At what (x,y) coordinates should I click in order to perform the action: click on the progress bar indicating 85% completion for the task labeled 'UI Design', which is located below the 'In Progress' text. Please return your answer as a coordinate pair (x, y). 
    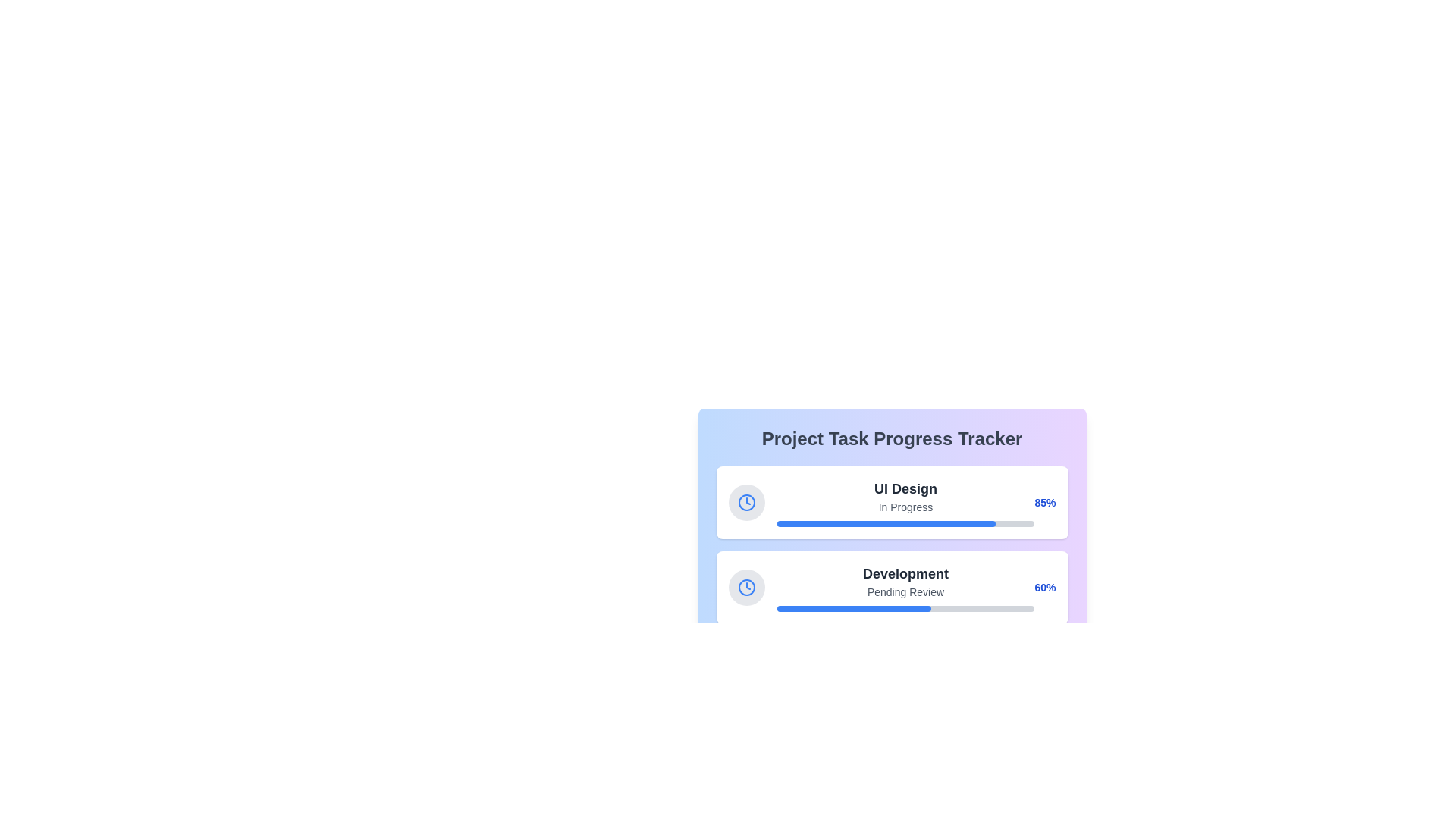
    Looking at the image, I should click on (905, 522).